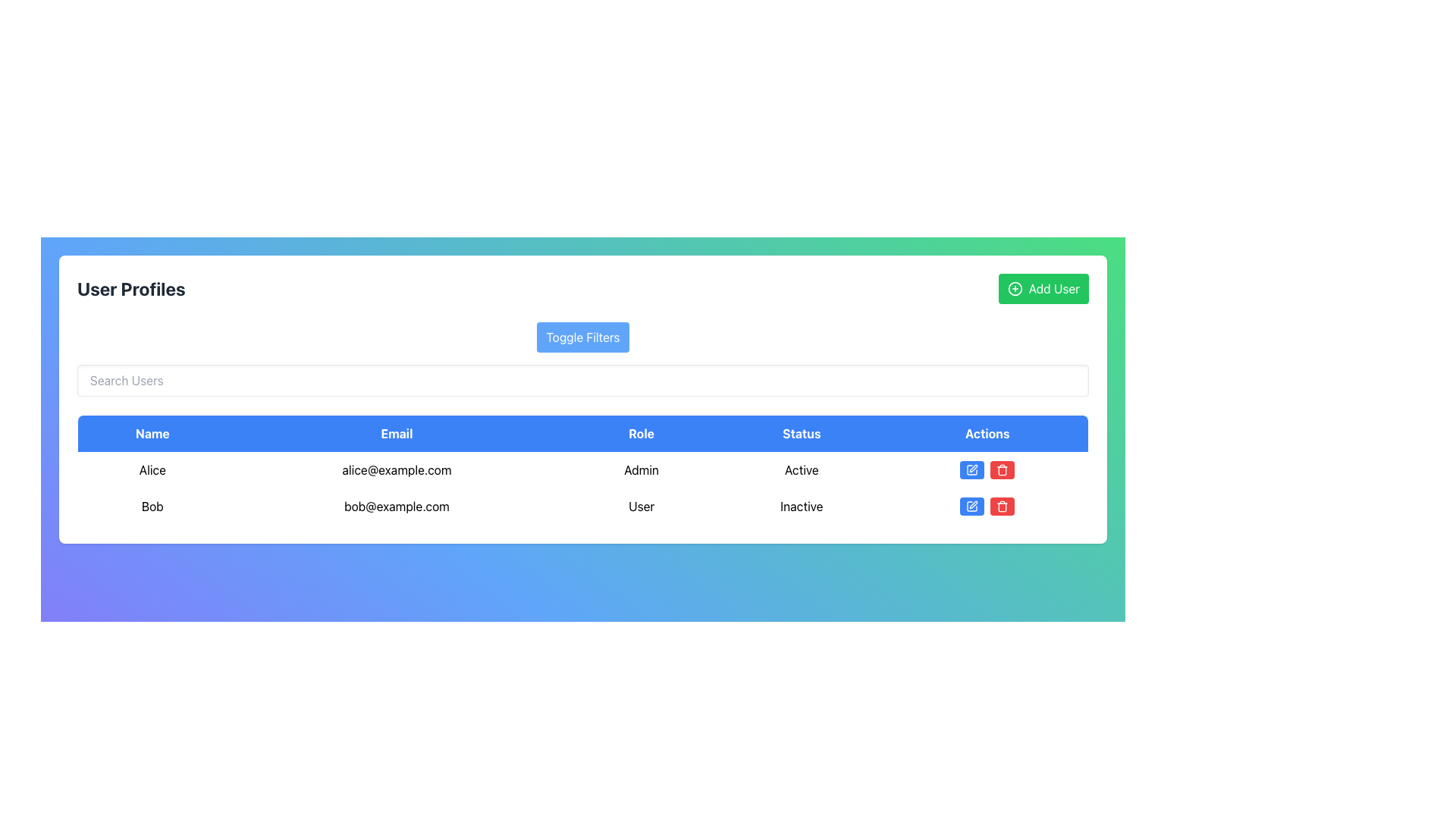  What do you see at coordinates (972, 469) in the screenshot?
I see `the blue rounded button with a white pen icon located in the 'Actions' column of the top row in the data table` at bounding box center [972, 469].